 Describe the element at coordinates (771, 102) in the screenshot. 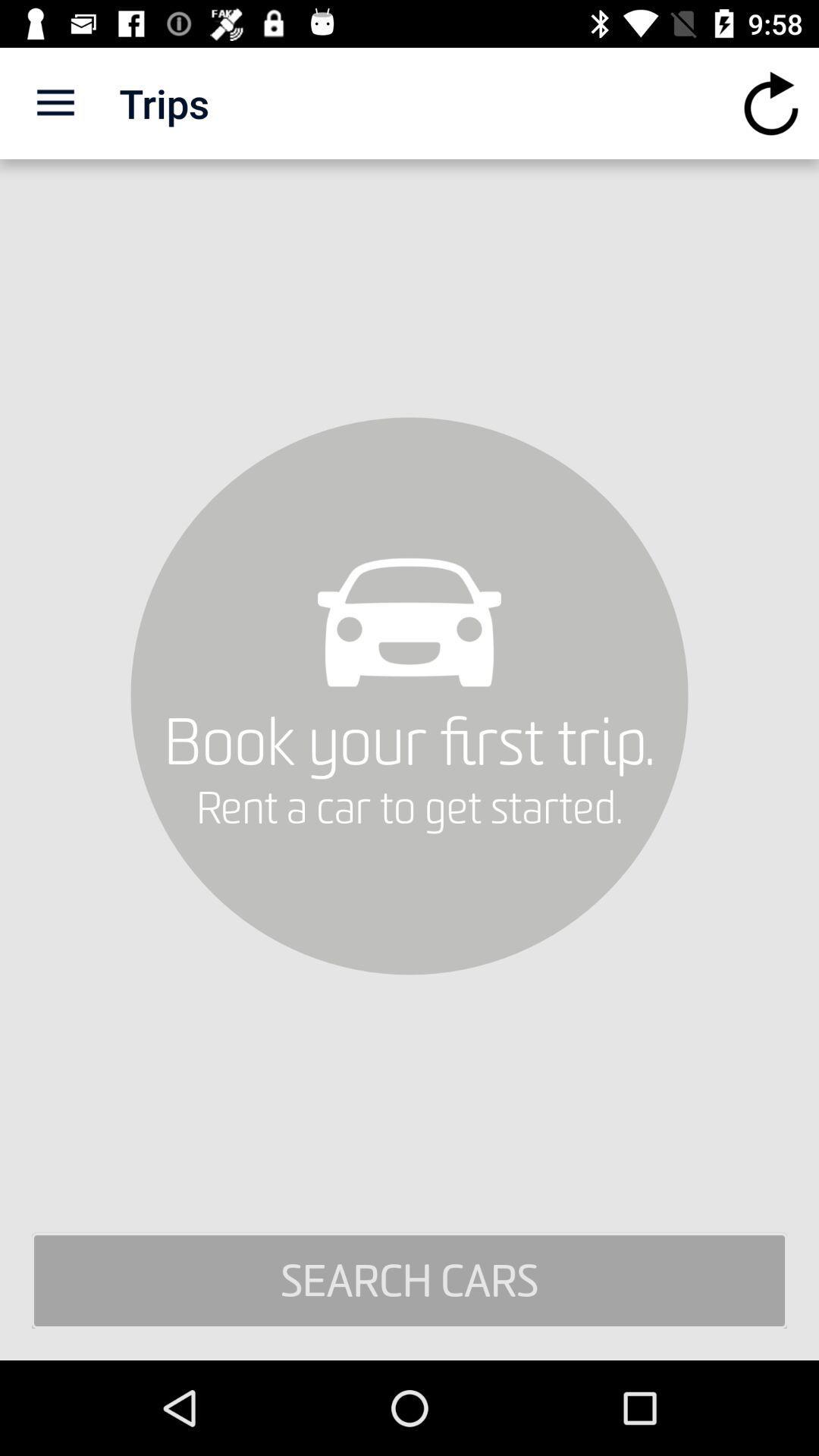

I see `icon at the top right corner` at that location.